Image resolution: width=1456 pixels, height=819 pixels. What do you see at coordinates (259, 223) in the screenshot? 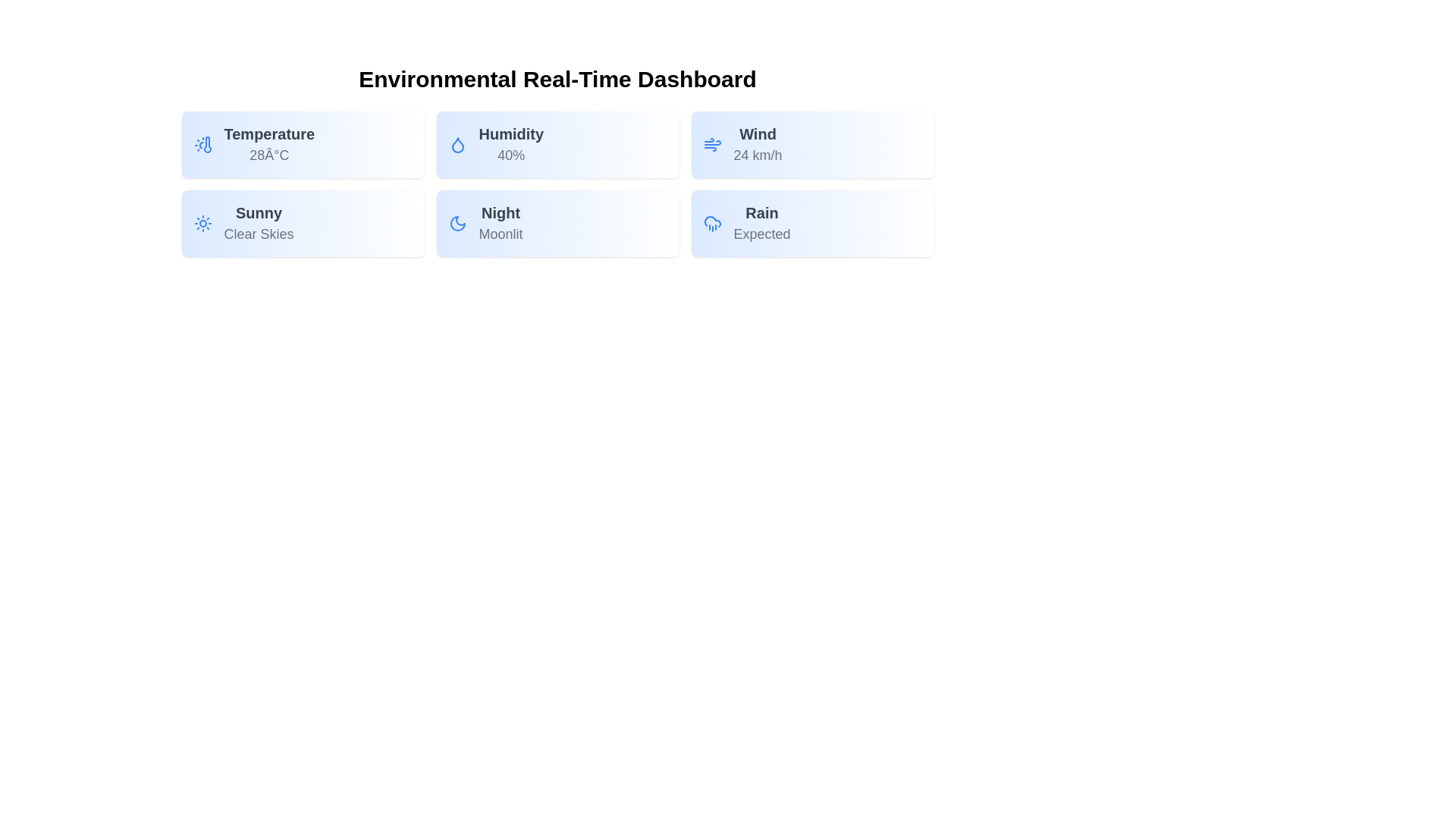
I see `the static text display indicating 'Sunny' weather with 'Clear Skies' to potentially view a tooltip` at bounding box center [259, 223].